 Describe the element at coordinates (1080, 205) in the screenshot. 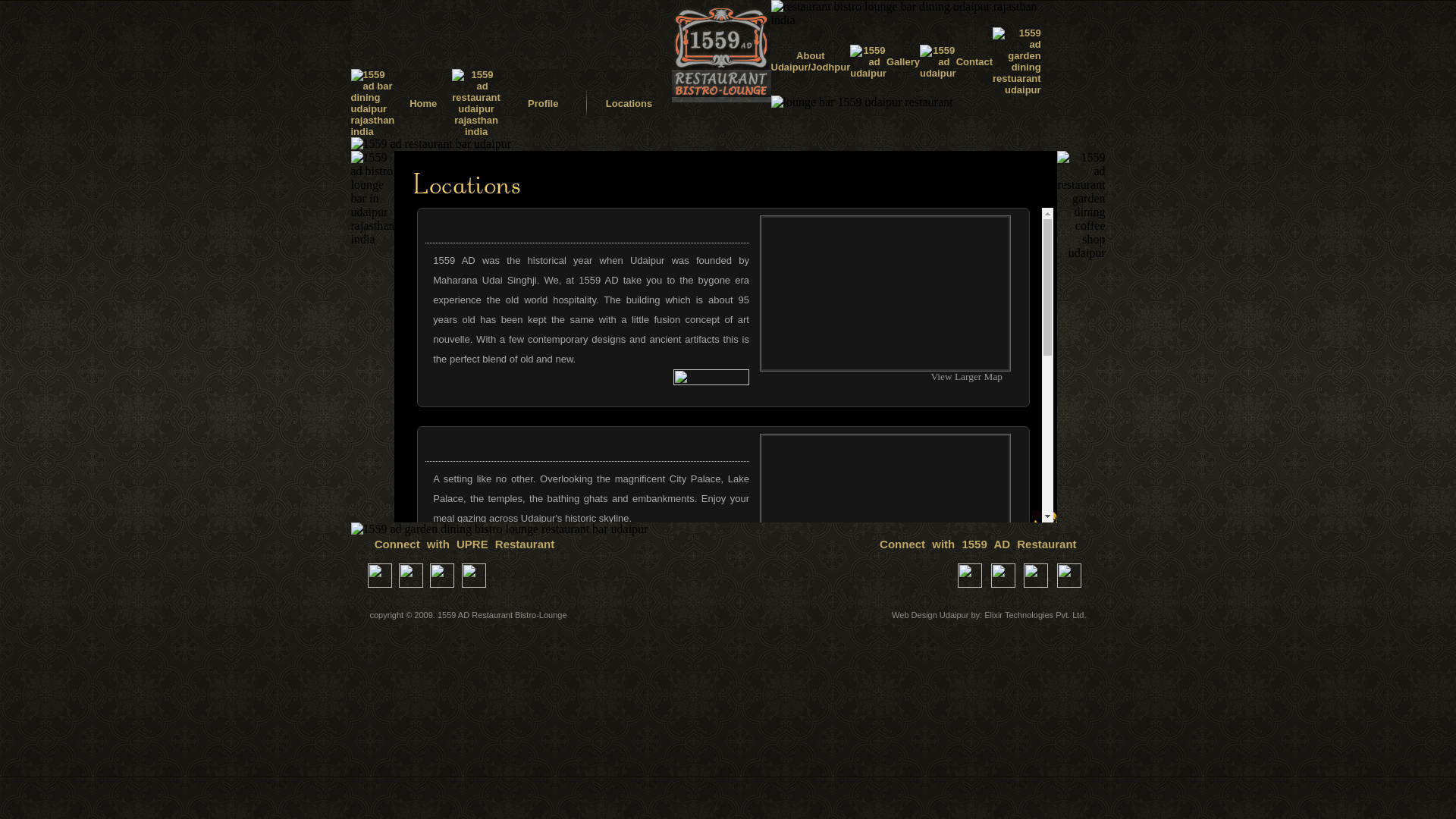

I see `'1559 ad restaurant garden dining coffee shop udaipur'` at that location.